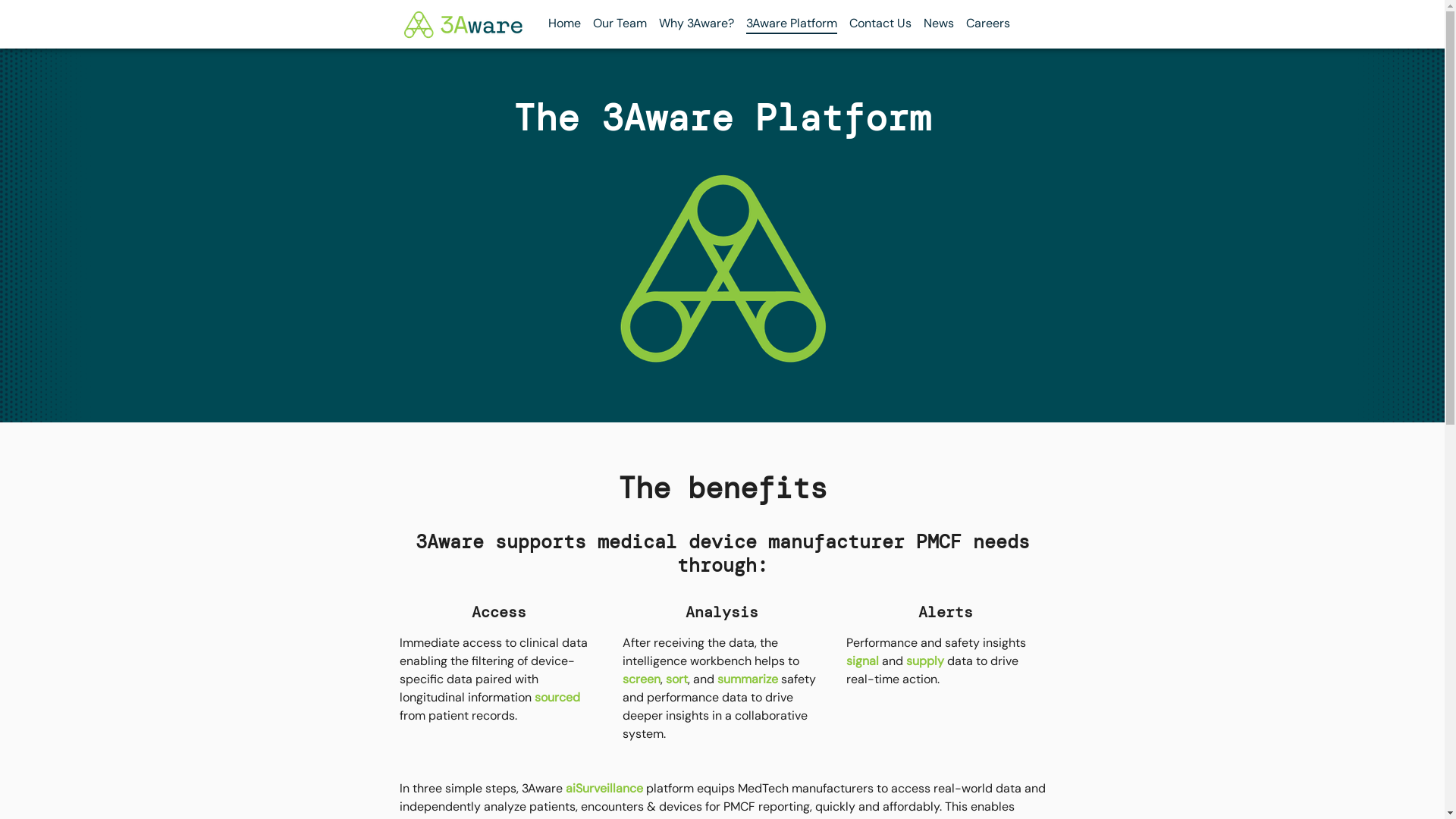 The width and height of the screenshot is (1456, 819). What do you see at coordinates (695, 23) in the screenshot?
I see `'Why 3Aware?'` at bounding box center [695, 23].